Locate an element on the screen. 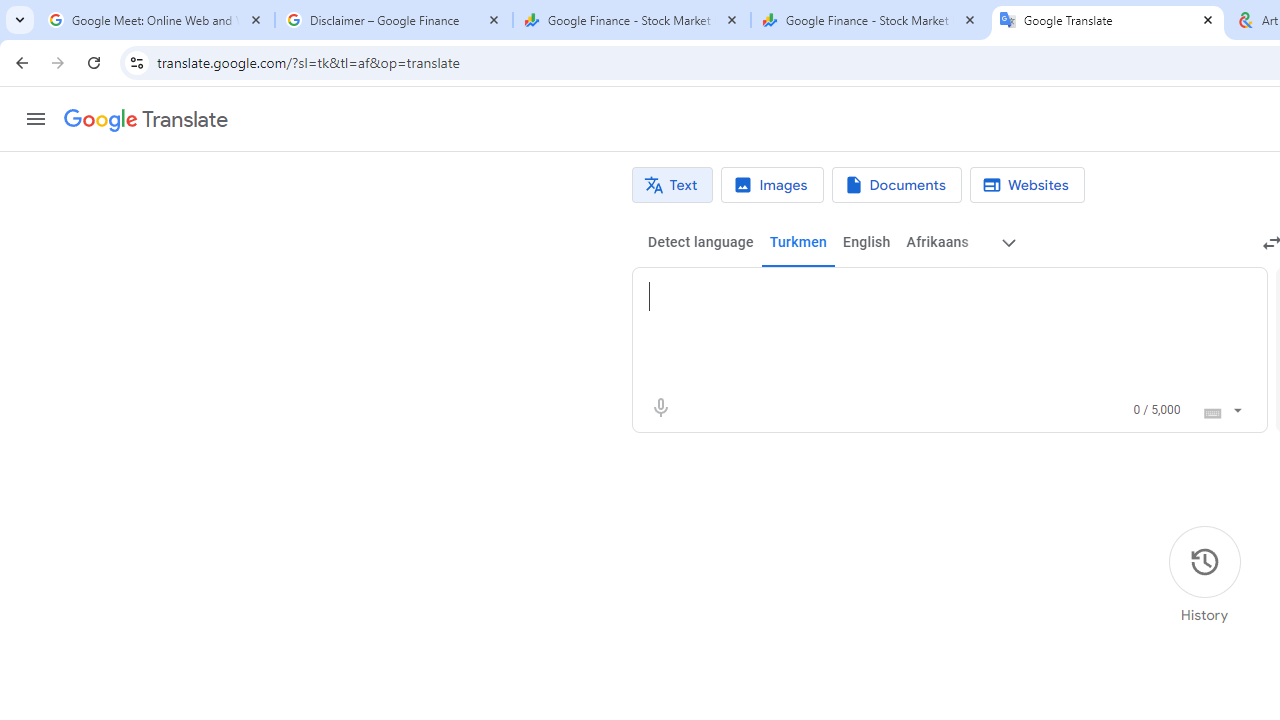 This screenshot has height=720, width=1280. 'Main menu' is located at coordinates (35, 119).